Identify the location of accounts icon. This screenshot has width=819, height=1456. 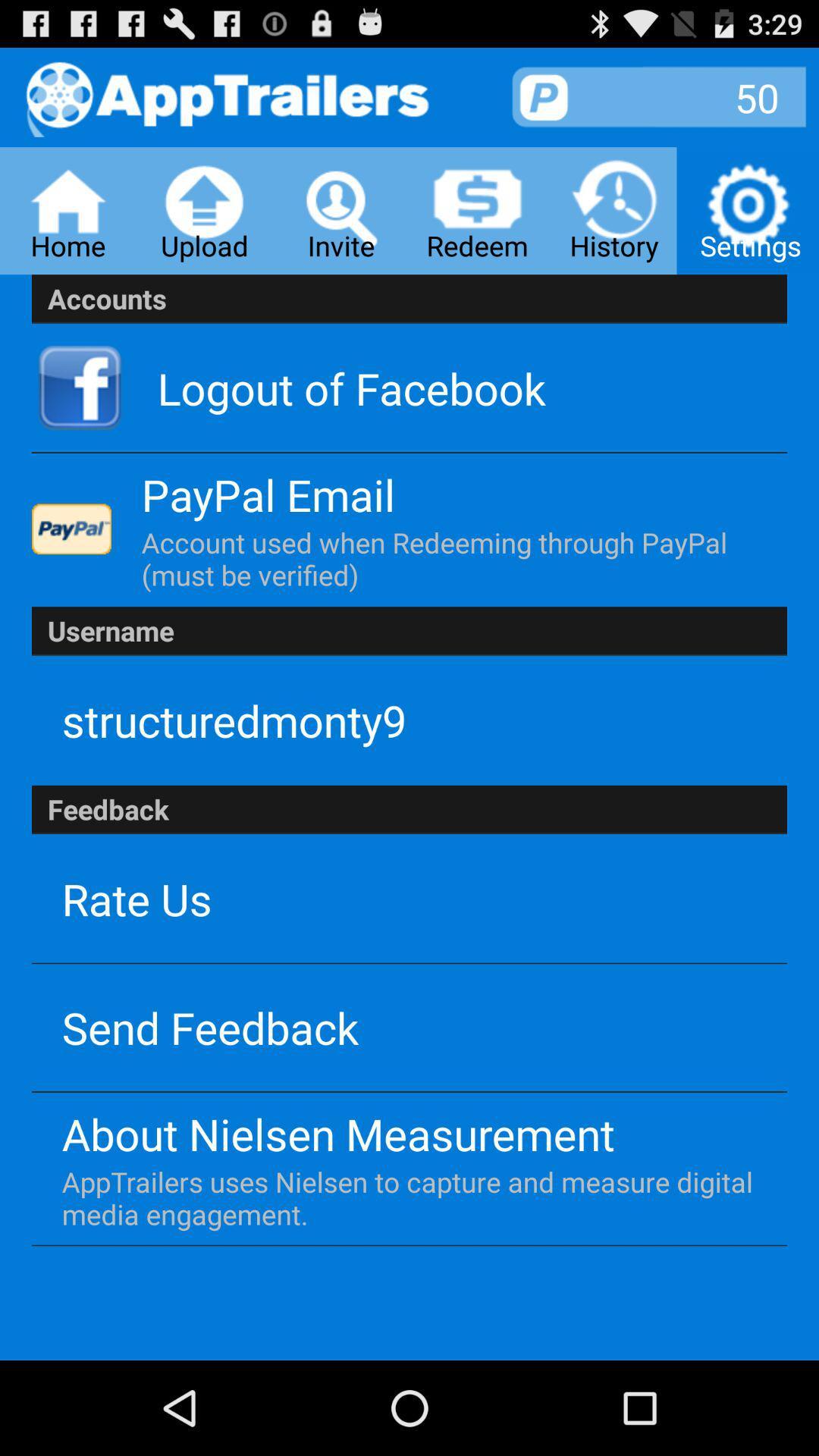
(409, 299).